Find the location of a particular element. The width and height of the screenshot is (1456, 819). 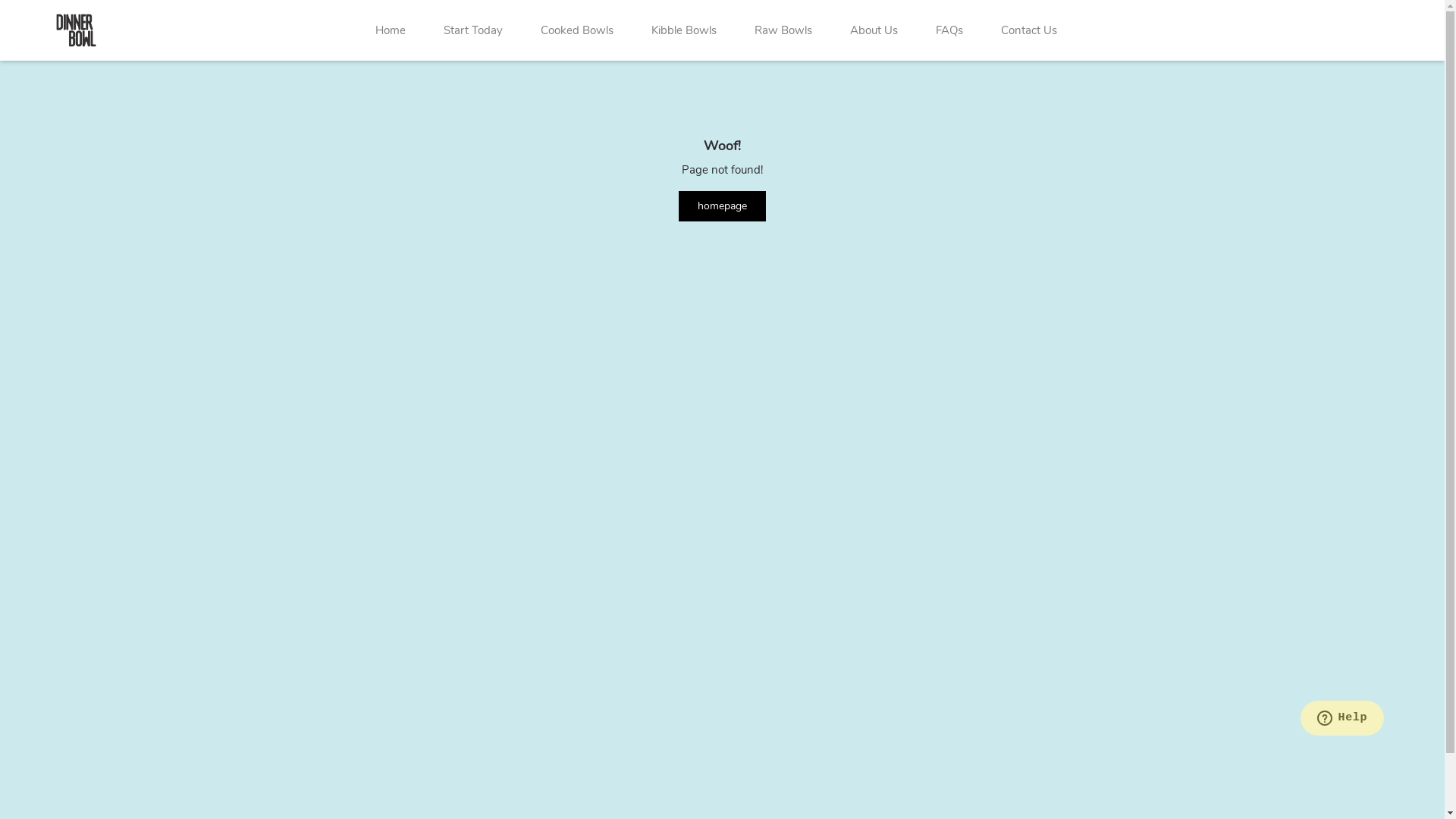

'Contact Us' is located at coordinates (1029, 30).